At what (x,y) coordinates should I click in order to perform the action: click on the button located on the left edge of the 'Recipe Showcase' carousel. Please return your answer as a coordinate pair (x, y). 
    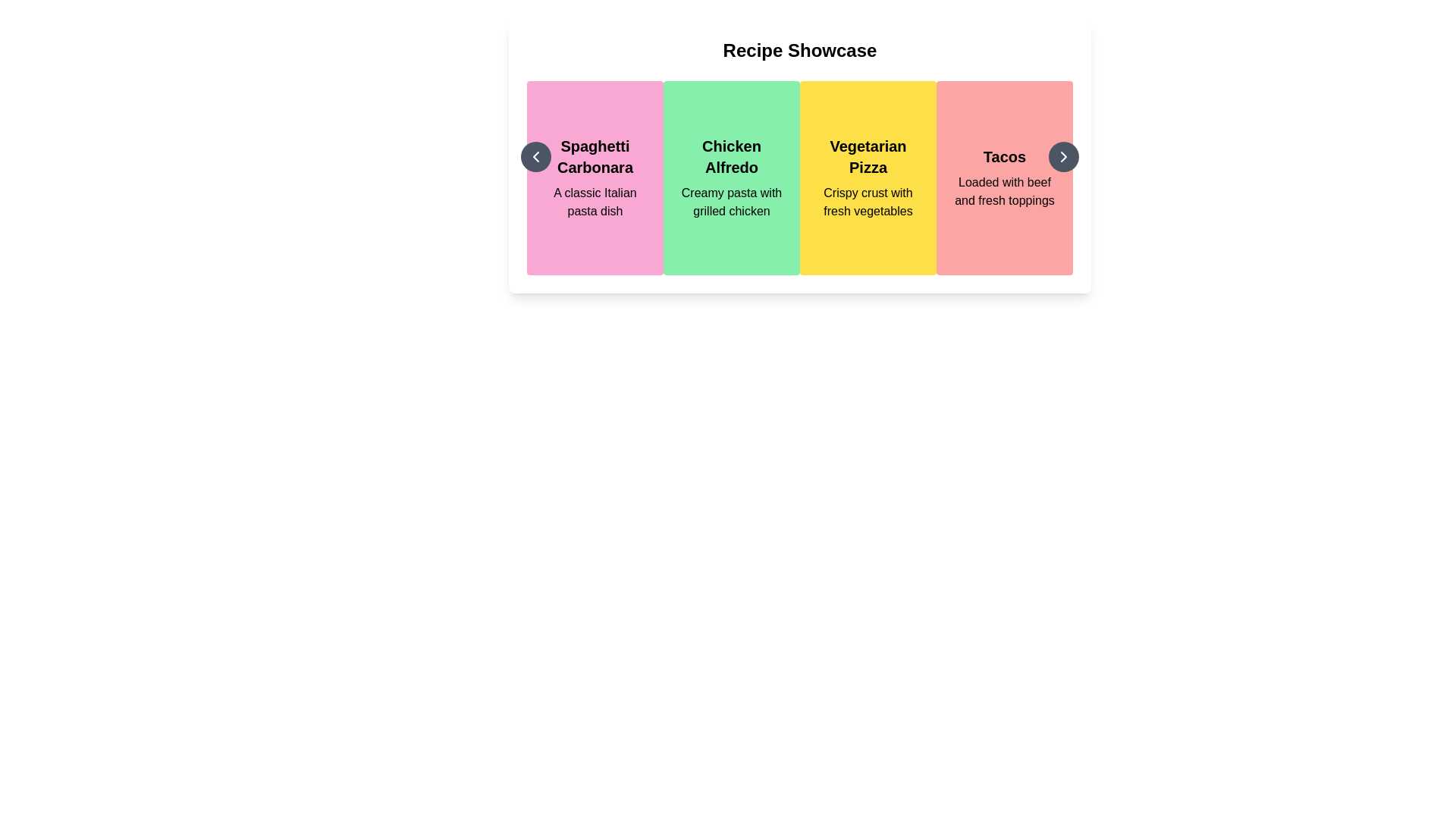
    Looking at the image, I should click on (535, 157).